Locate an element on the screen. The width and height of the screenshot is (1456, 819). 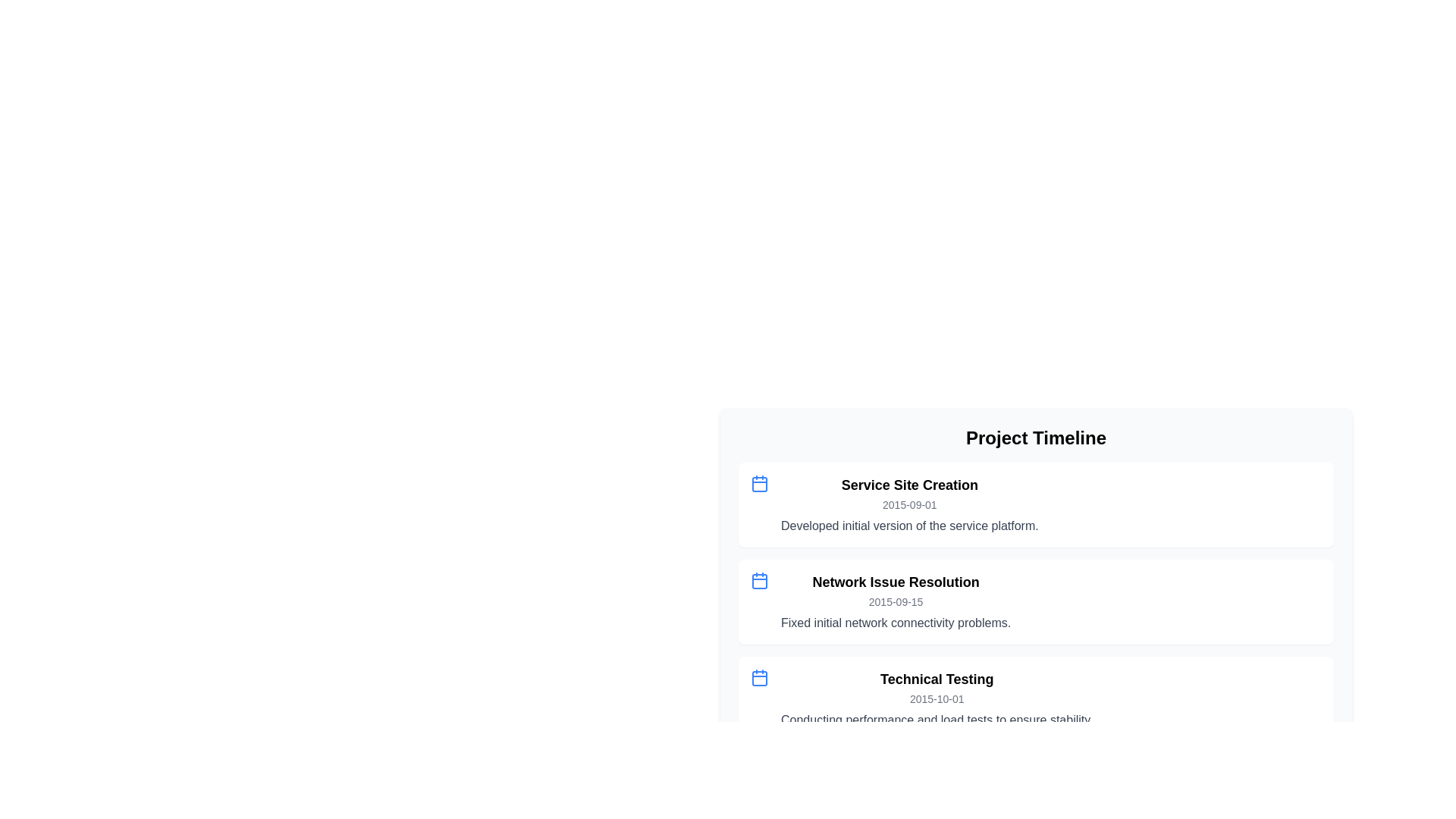
text display showing the date '2015-09-15' located below the title 'Network Issue Resolution' in a timeline interface is located at coordinates (896, 601).